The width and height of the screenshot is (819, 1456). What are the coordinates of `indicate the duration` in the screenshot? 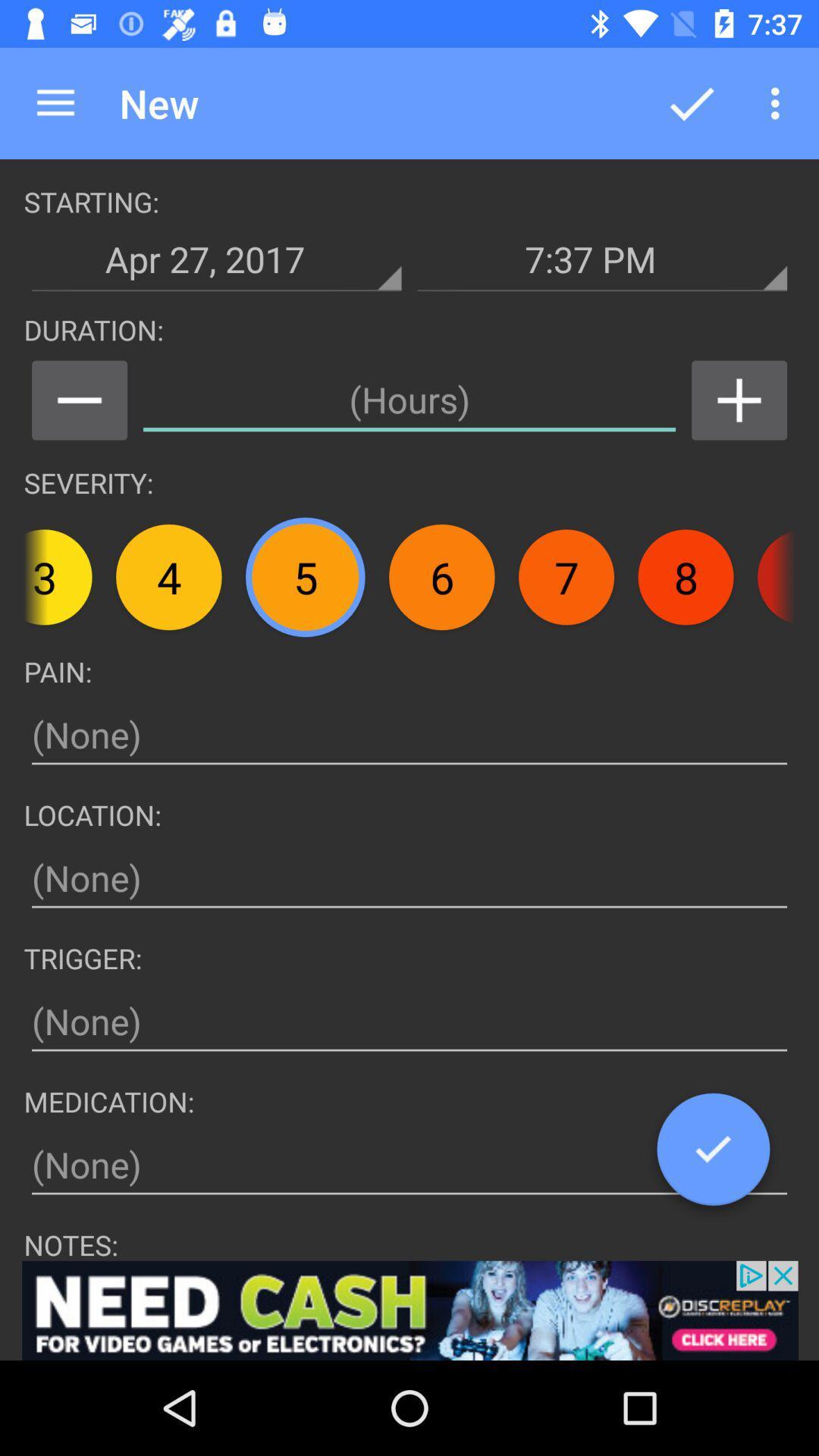 It's located at (409, 400).